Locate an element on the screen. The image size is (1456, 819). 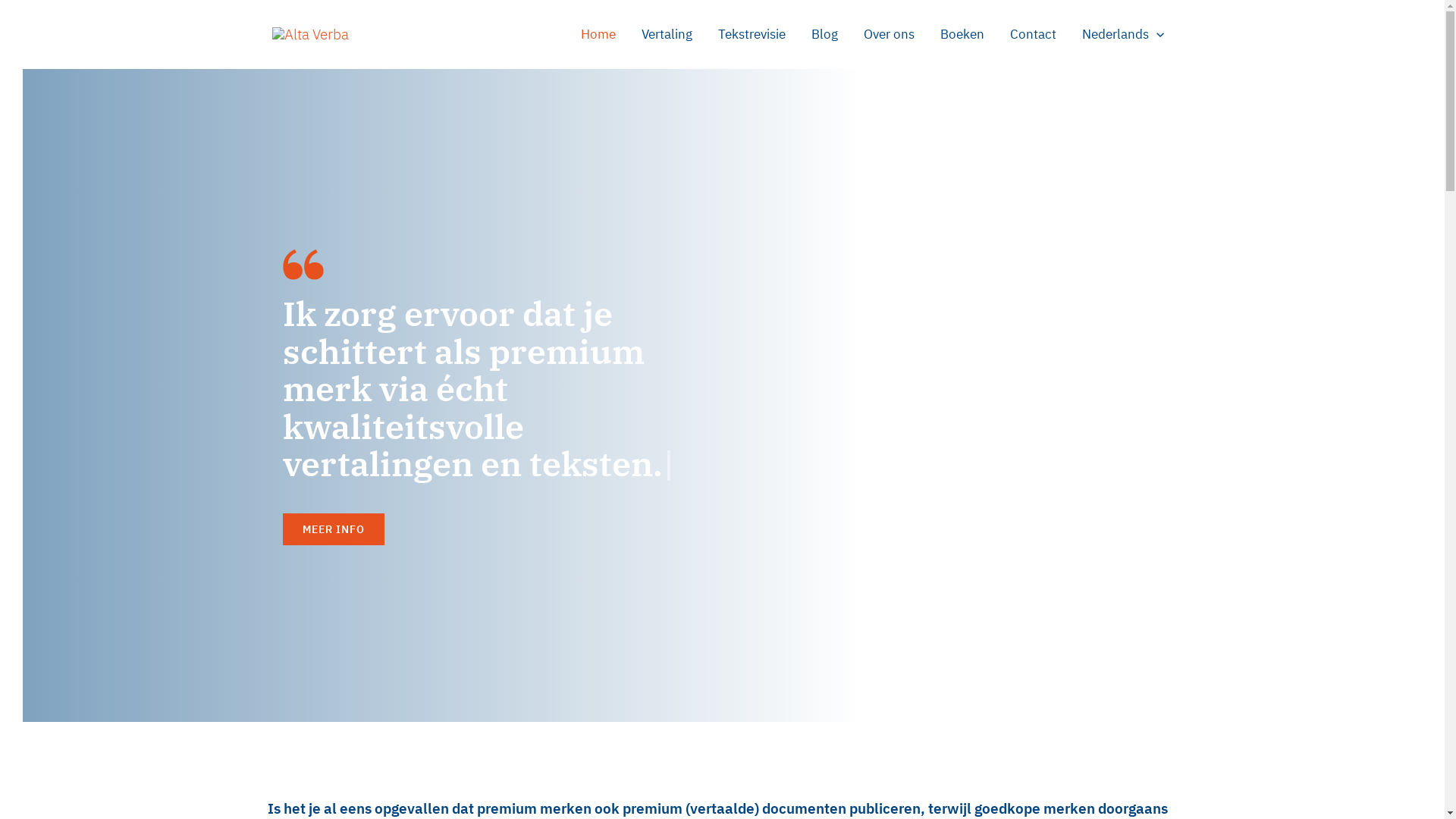
'MEER INFO' is located at coordinates (282, 529).